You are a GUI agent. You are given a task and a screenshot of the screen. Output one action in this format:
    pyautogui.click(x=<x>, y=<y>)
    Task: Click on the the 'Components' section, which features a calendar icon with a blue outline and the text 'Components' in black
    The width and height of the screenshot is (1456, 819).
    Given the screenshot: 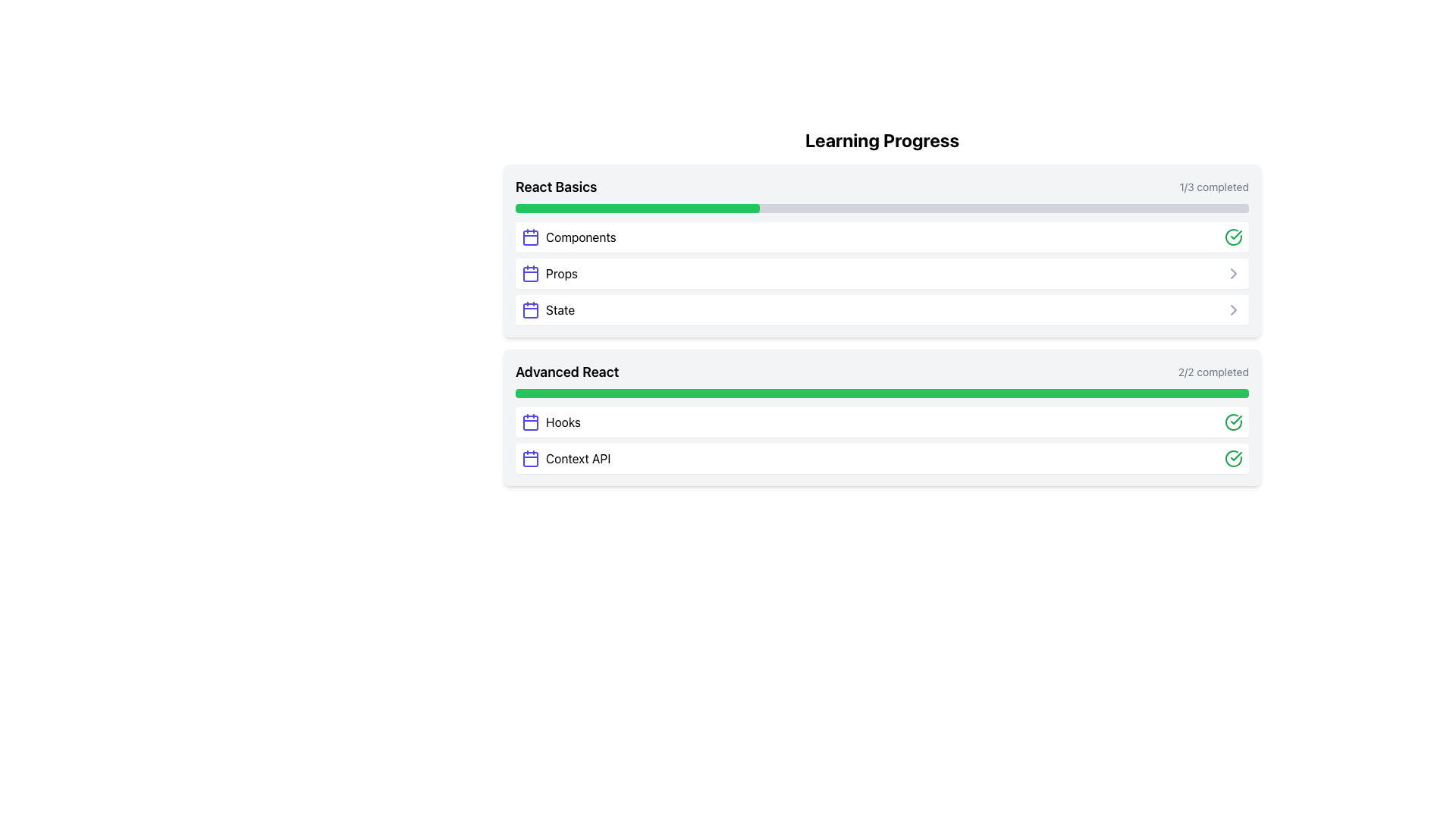 What is the action you would take?
    pyautogui.click(x=568, y=237)
    